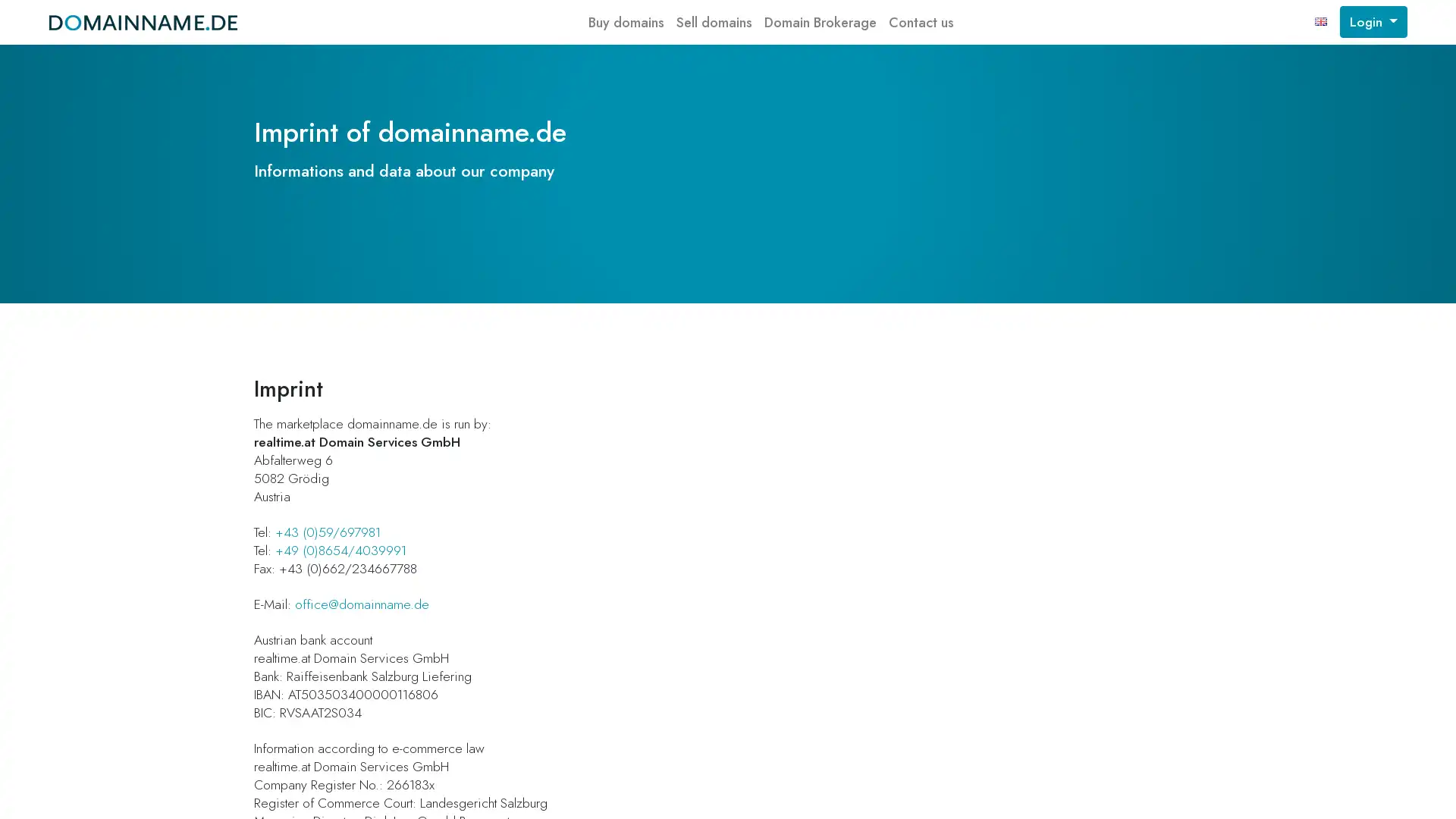  Describe the element at coordinates (1320, 22) in the screenshot. I see `english` at that location.